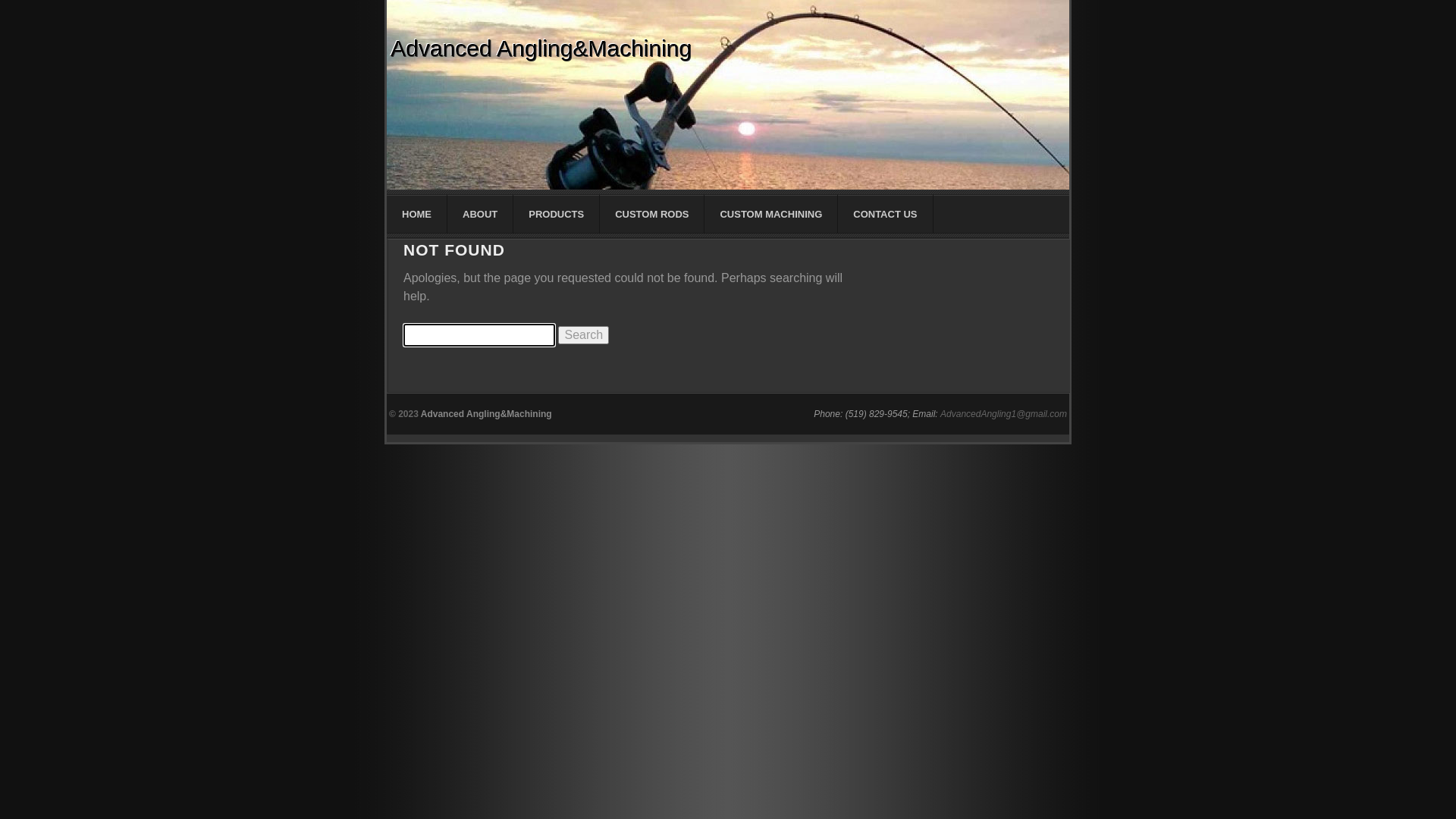  I want to click on 'PRODUCTS', so click(556, 214).